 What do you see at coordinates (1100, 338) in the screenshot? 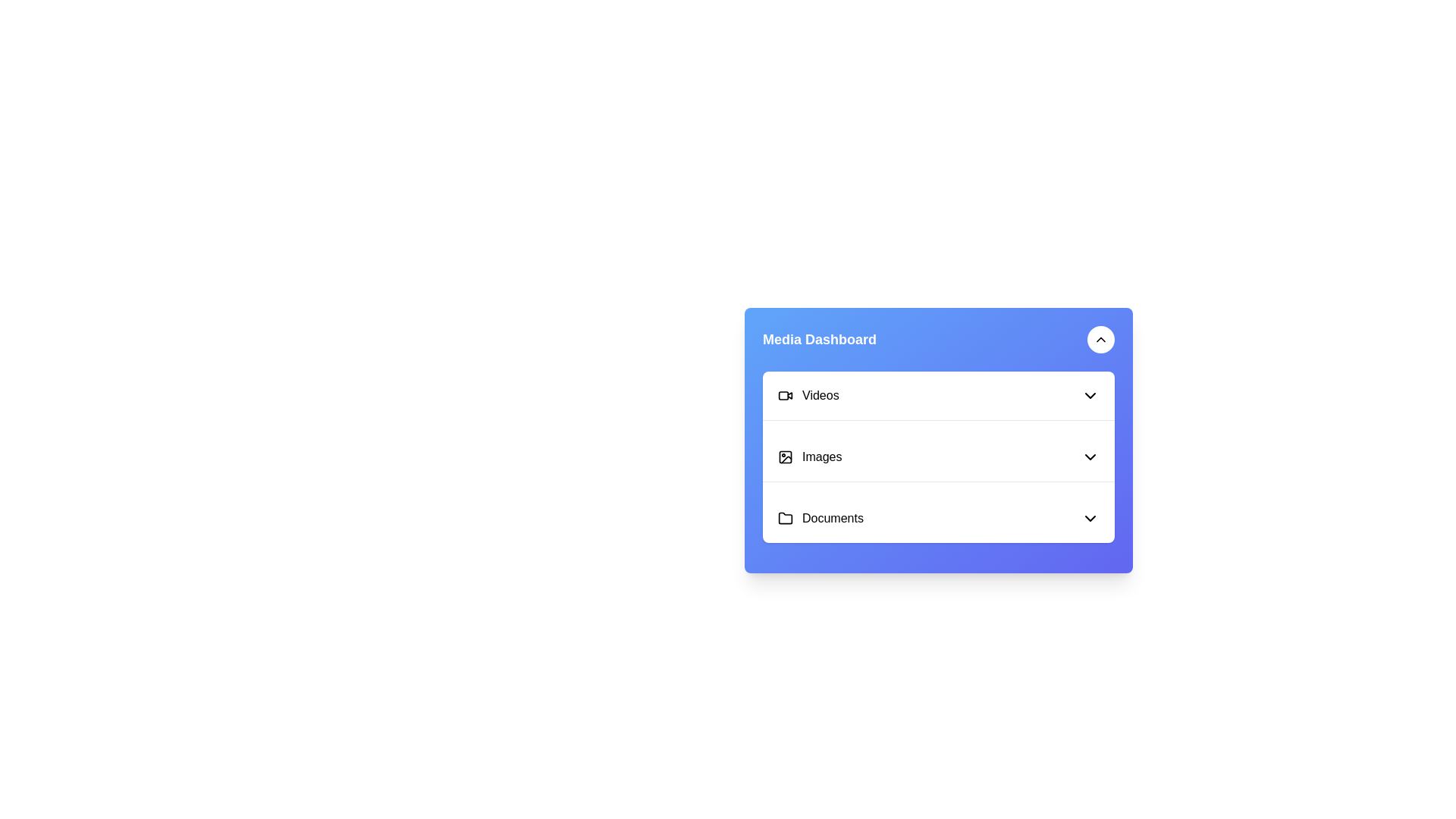
I see `the chevron-up icon located inside the circular button at the top-right corner of the 'Media Dashboard' card` at bounding box center [1100, 338].